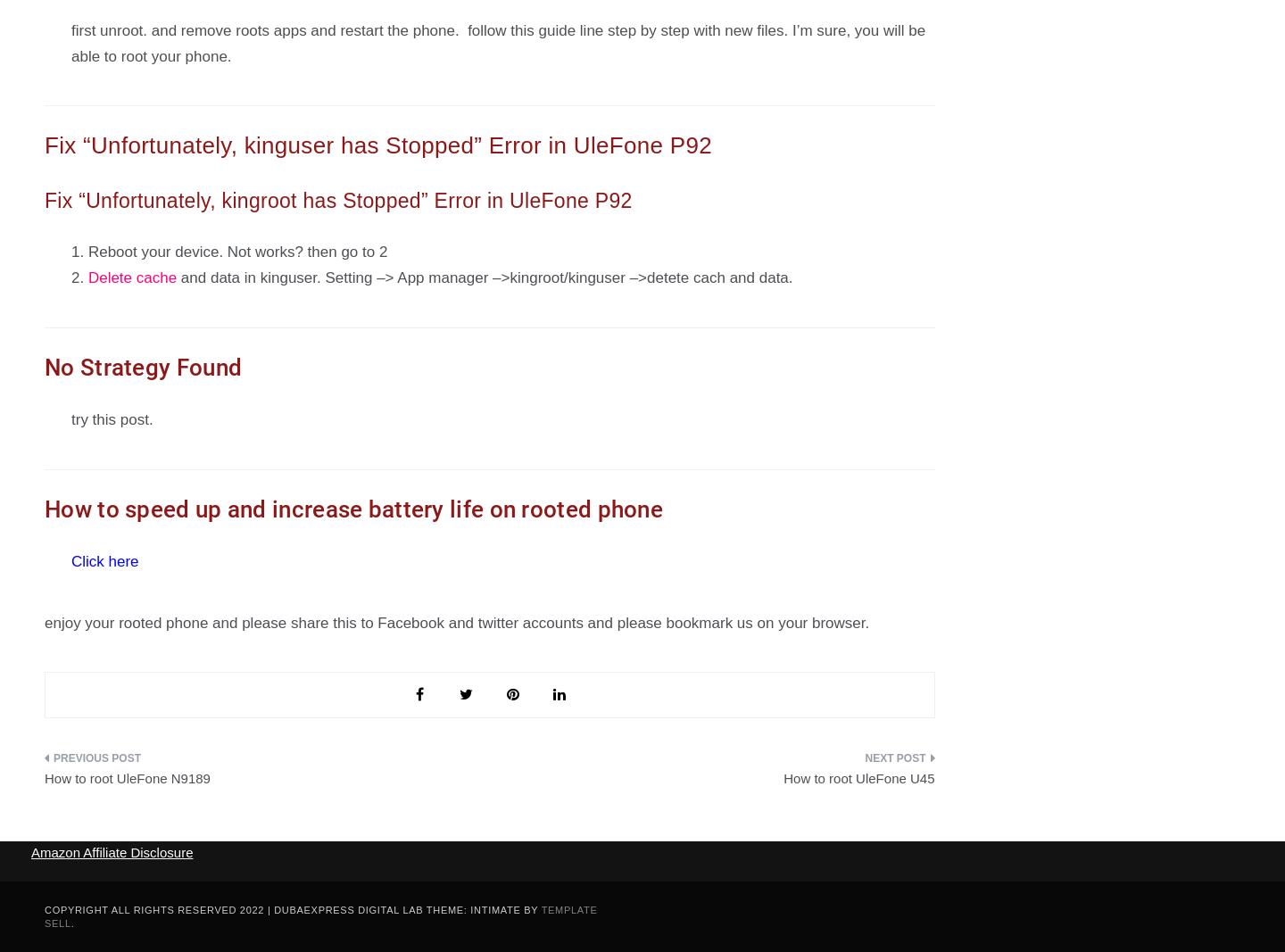  I want to click on 'first unroot. and remove roots apps and restart the phone.  follow this guide line step by step with new files. I’m sure, you will be able to root your phone.', so click(71, 42).